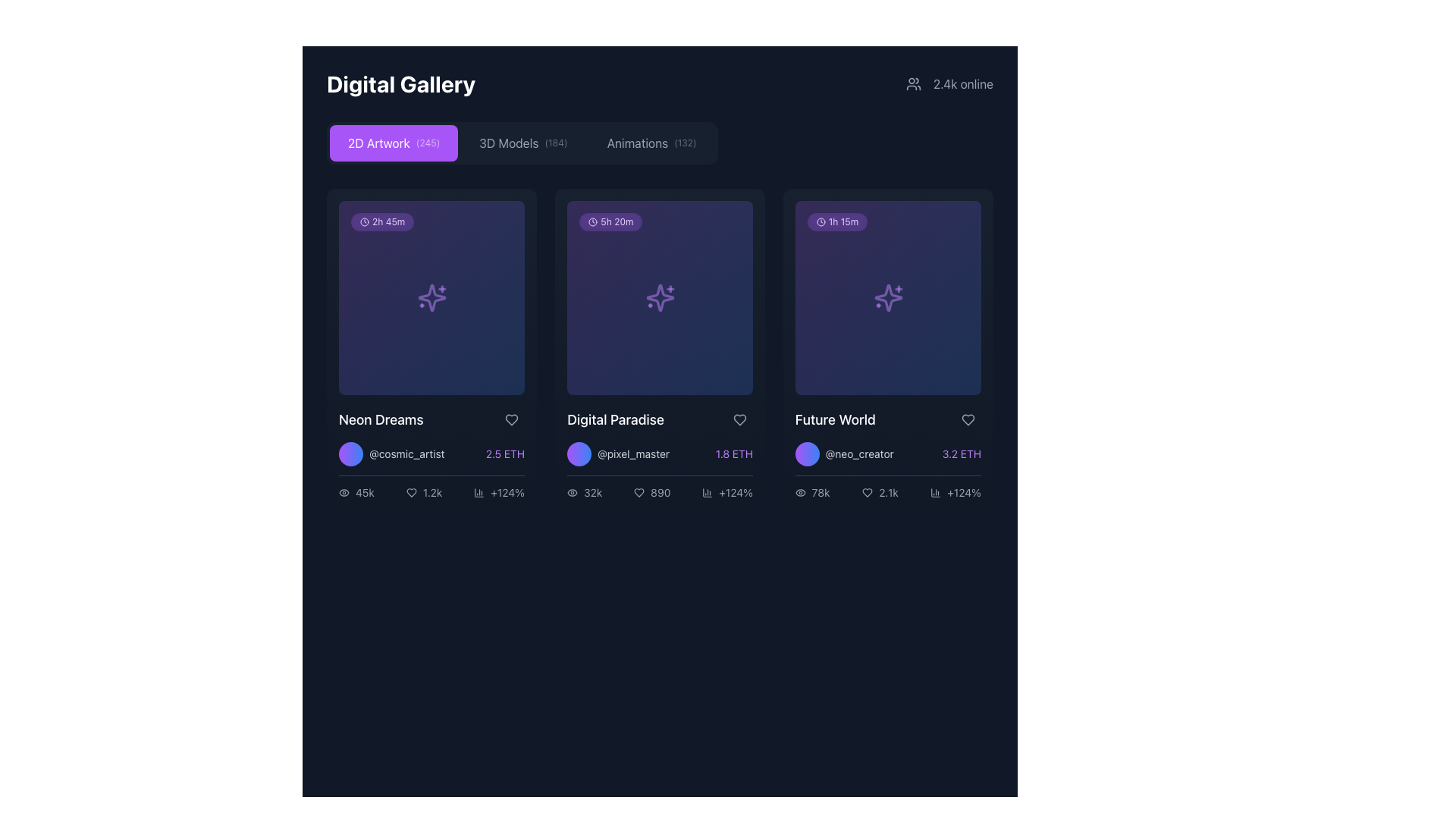 The width and height of the screenshot is (1456, 819). What do you see at coordinates (726, 493) in the screenshot?
I see `text content of the percentage increase label located in the bottom-right area of the 'Digital Paradise' card on the third row, following the '890' text and heart icon` at bounding box center [726, 493].